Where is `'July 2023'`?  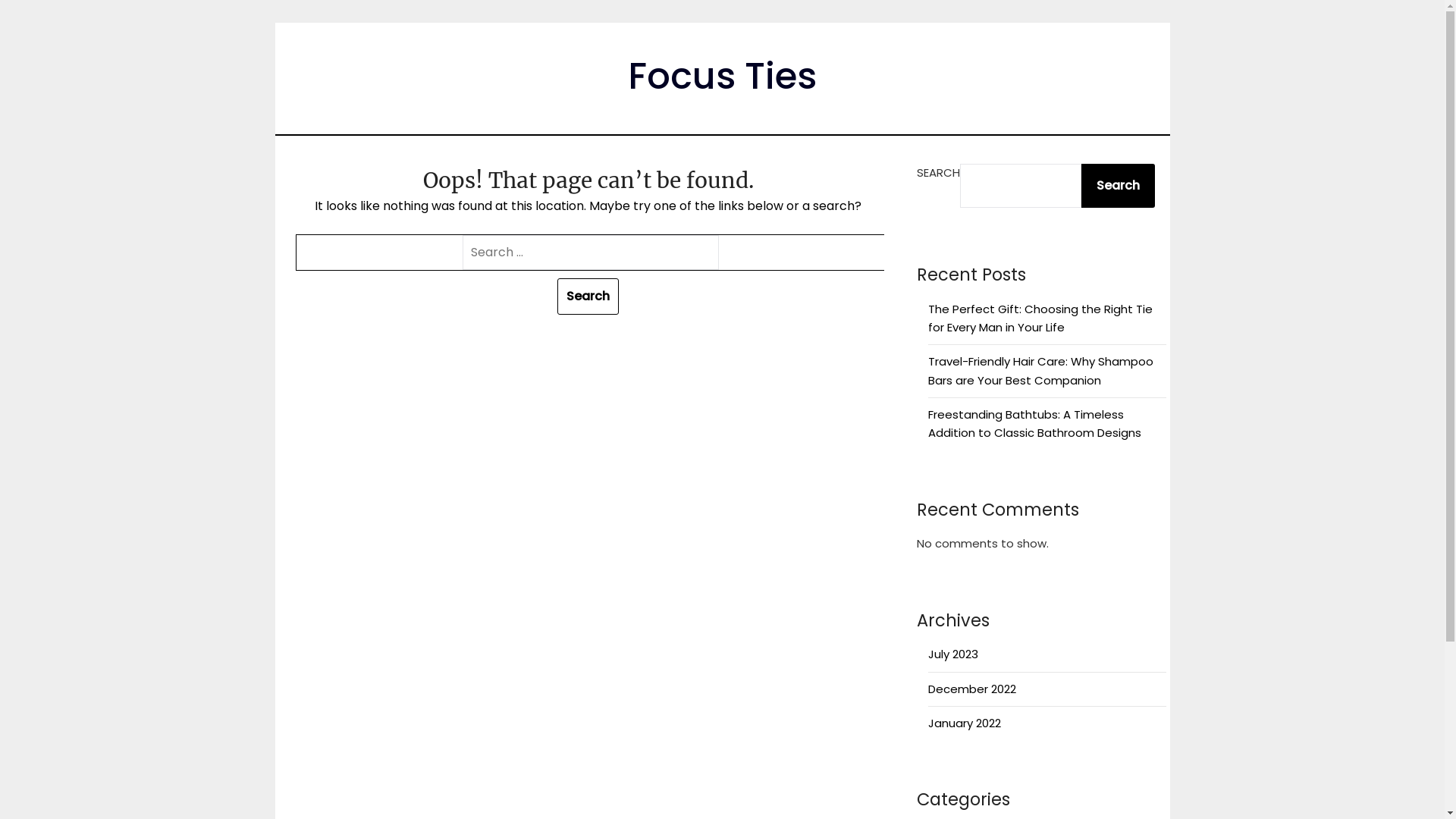 'July 2023' is located at coordinates (952, 653).